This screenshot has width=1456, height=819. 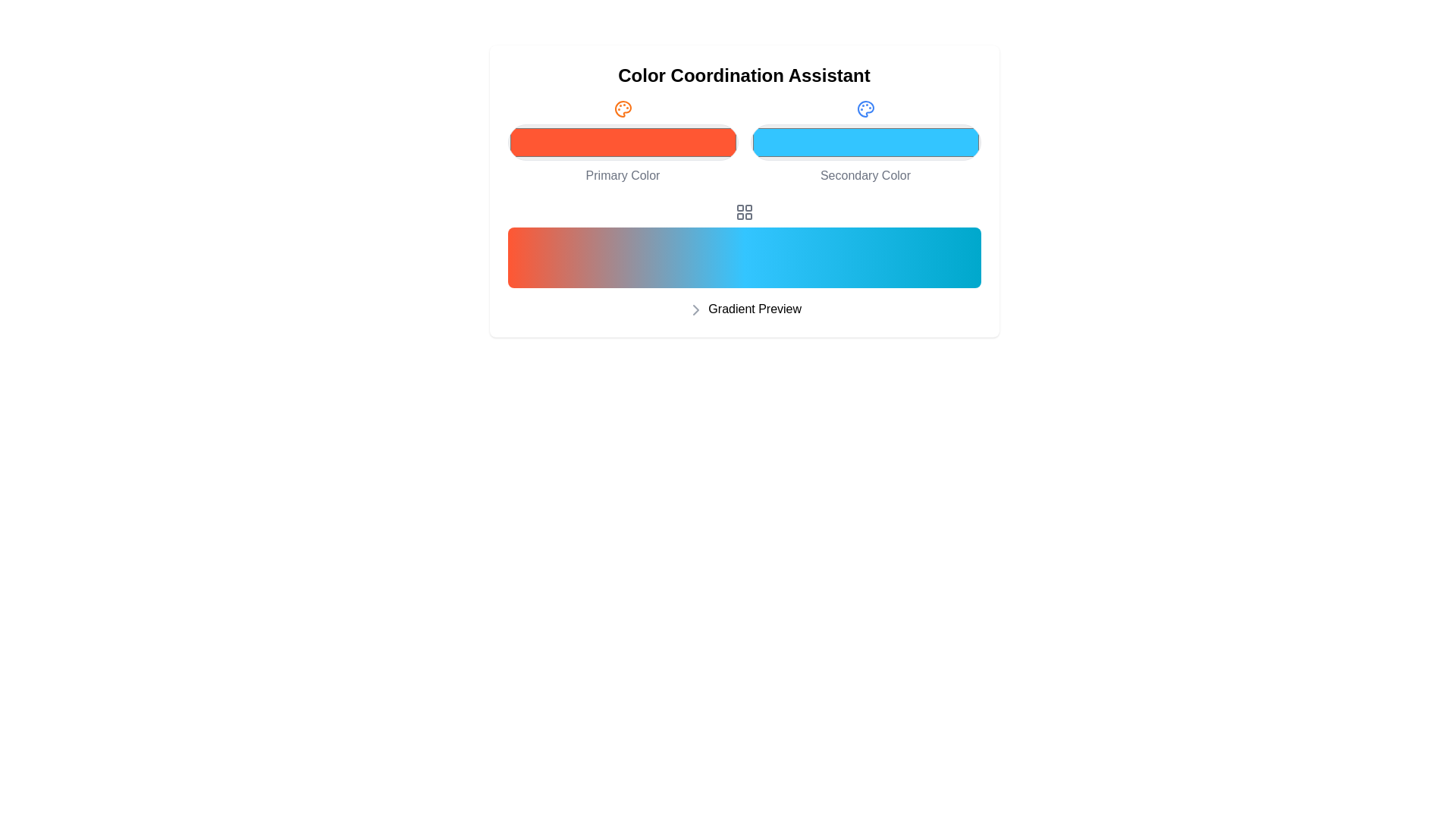 I want to click on the static gradient bar, which transitions from red on the left to cyan on the right, located below the 'Primary Color' and 'Secondary Color' buttons and above the 'Gradient Preview' text, so click(x=744, y=256).